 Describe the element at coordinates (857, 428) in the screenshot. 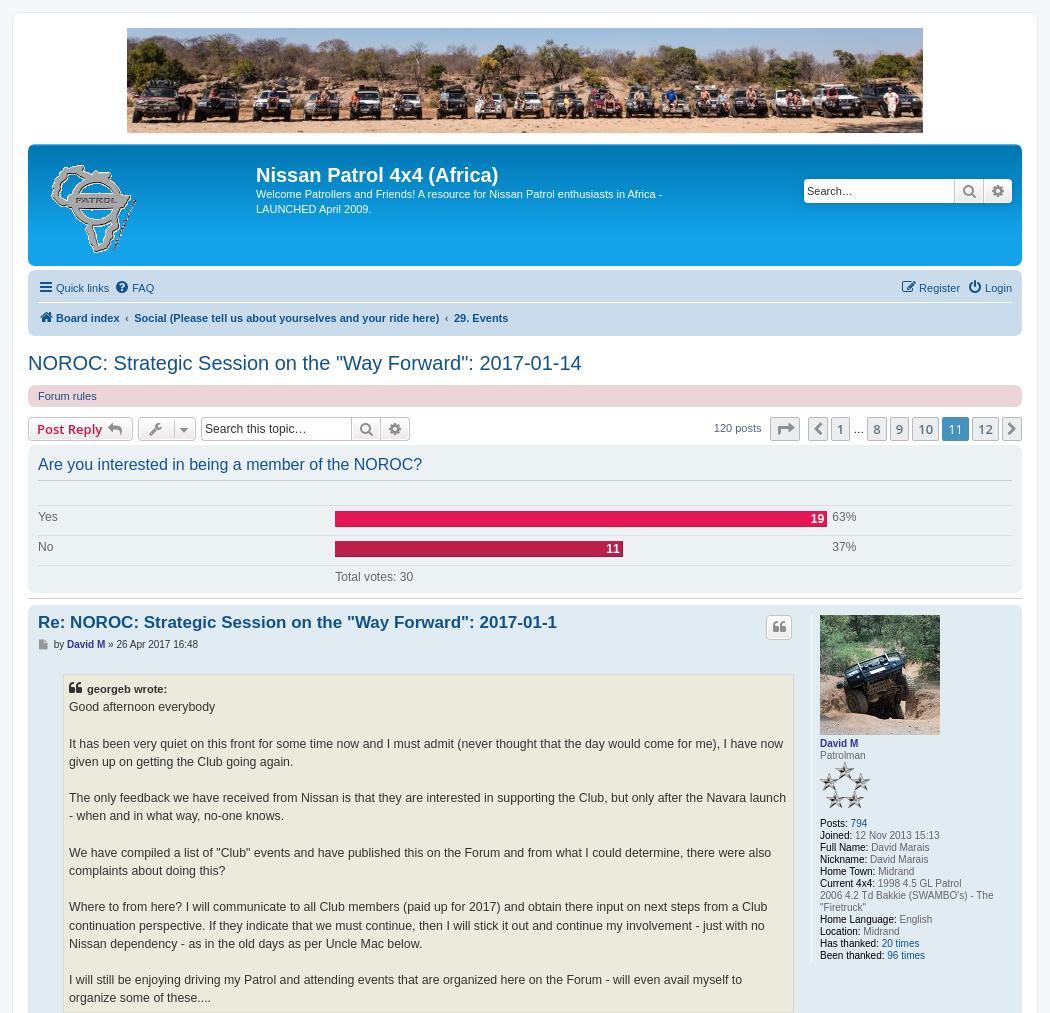

I see `'Previous'` at that location.